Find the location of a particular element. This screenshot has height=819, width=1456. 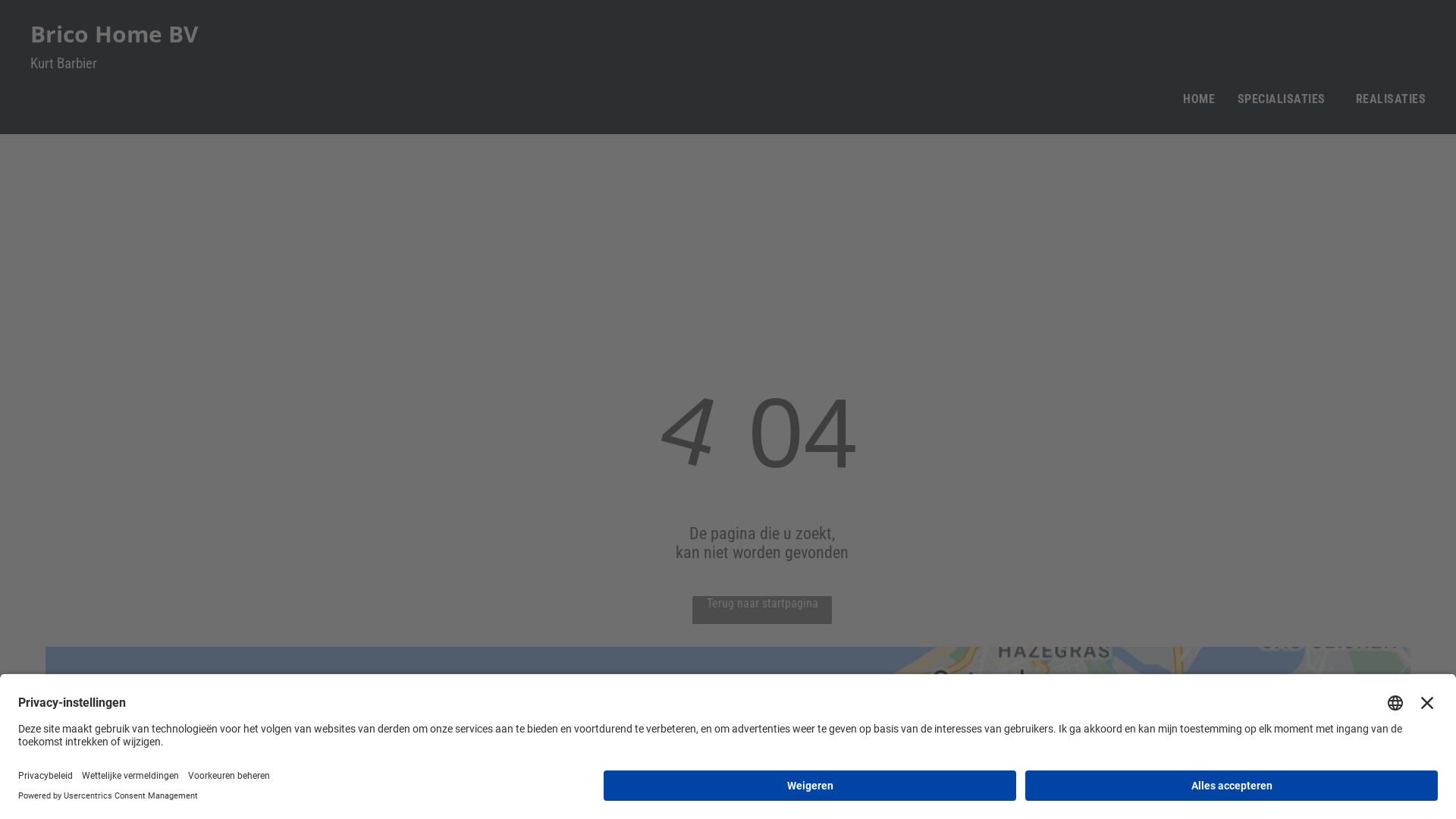

'HOME' is located at coordinates (1197, 99).